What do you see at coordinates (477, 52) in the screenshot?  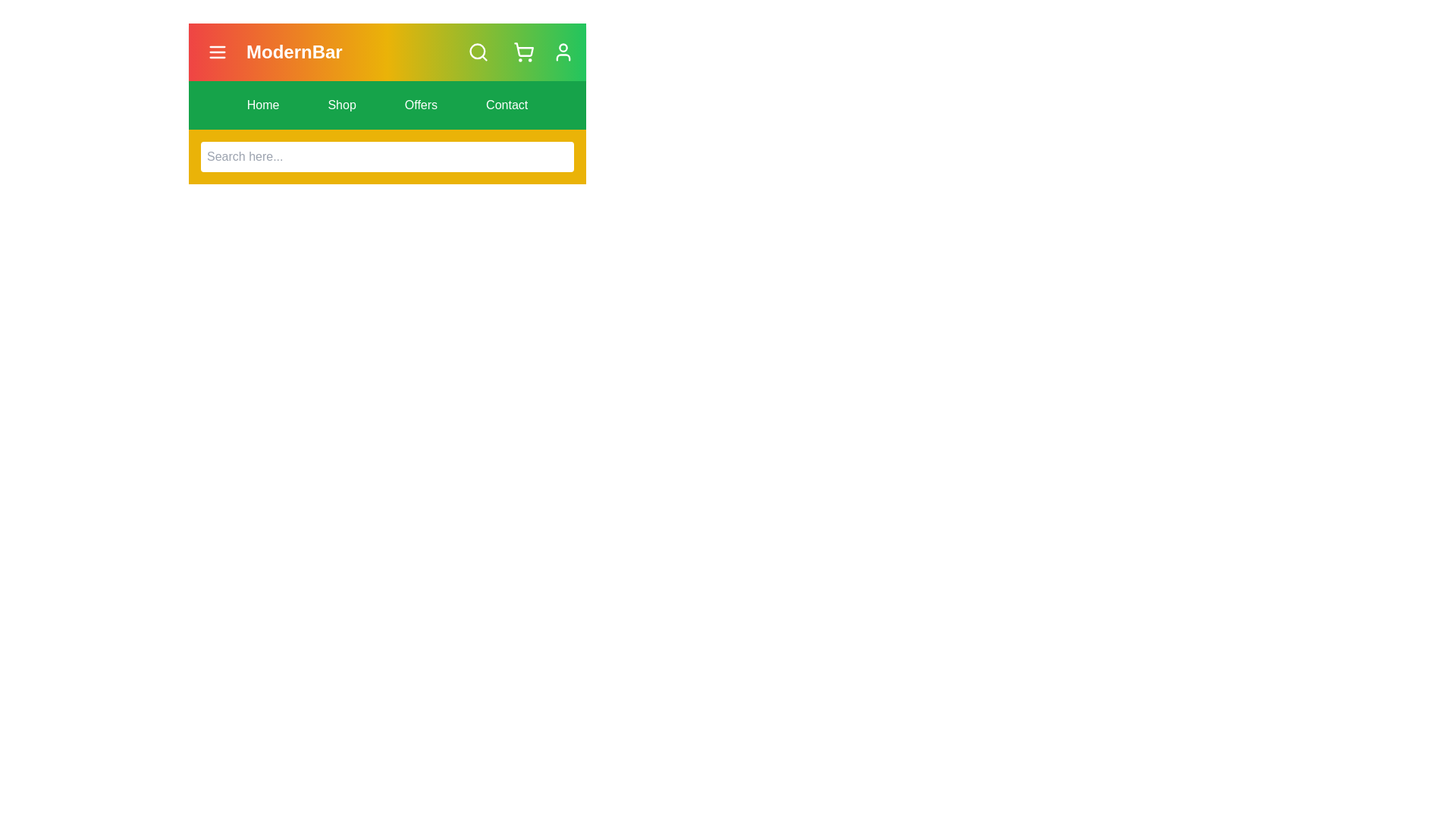 I see `search button to toggle the visibility of the search bar` at bounding box center [477, 52].